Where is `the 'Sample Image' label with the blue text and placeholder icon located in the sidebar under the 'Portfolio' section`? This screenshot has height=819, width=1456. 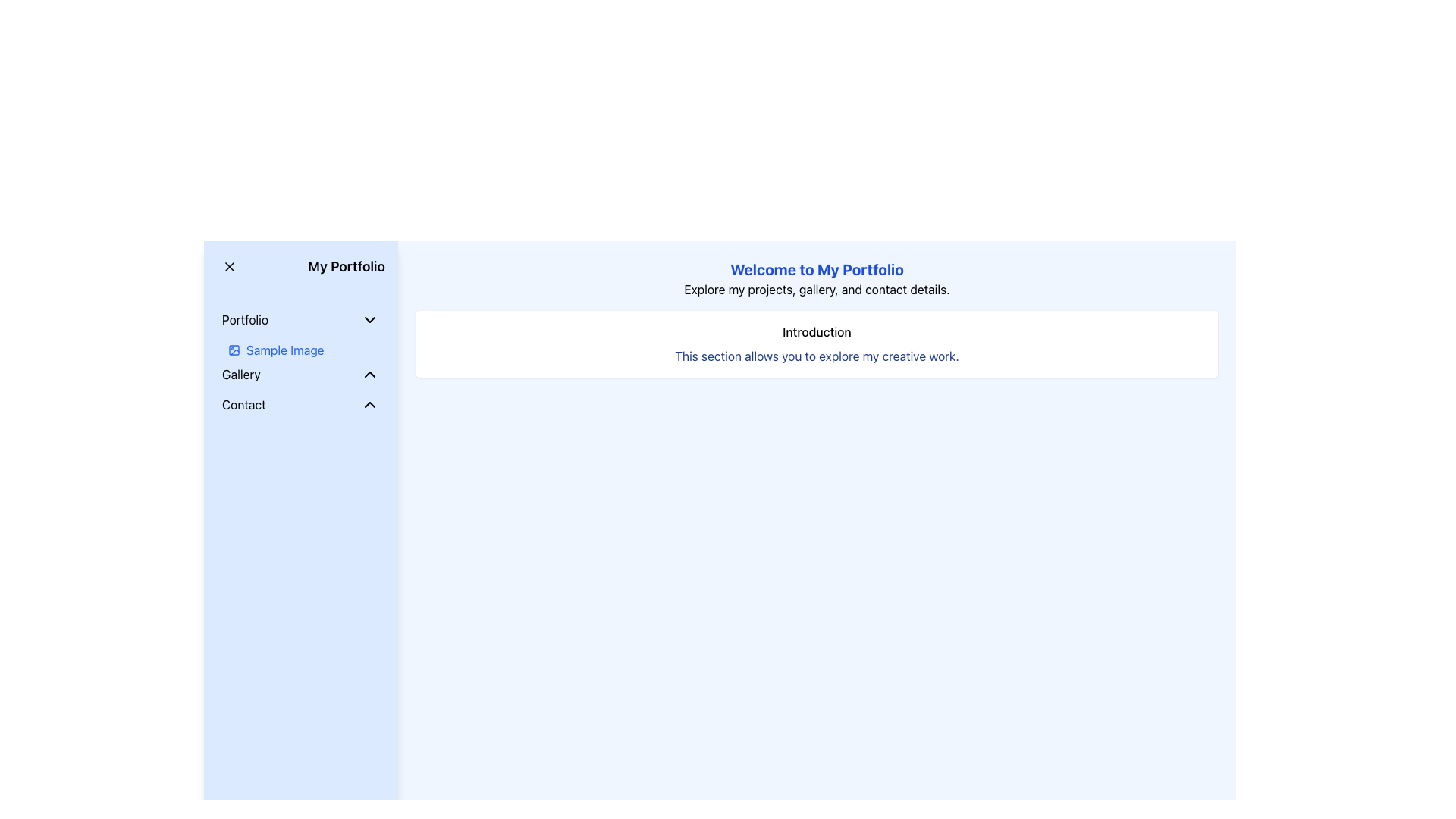 the 'Sample Image' label with the blue text and placeholder icon located in the sidebar under the 'Portfolio' section is located at coordinates (300, 350).